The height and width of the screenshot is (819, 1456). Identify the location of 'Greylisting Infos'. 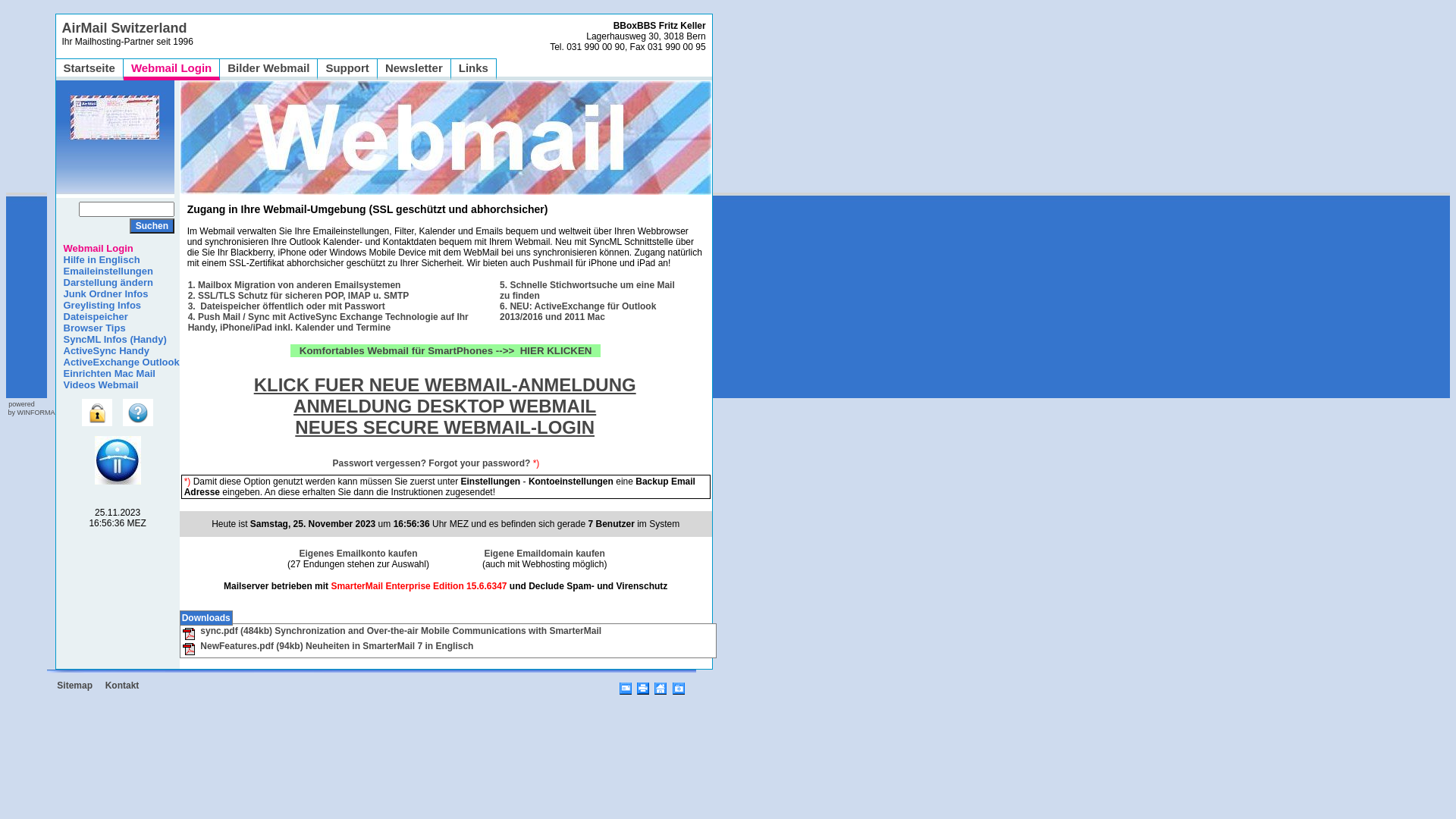
(98, 305).